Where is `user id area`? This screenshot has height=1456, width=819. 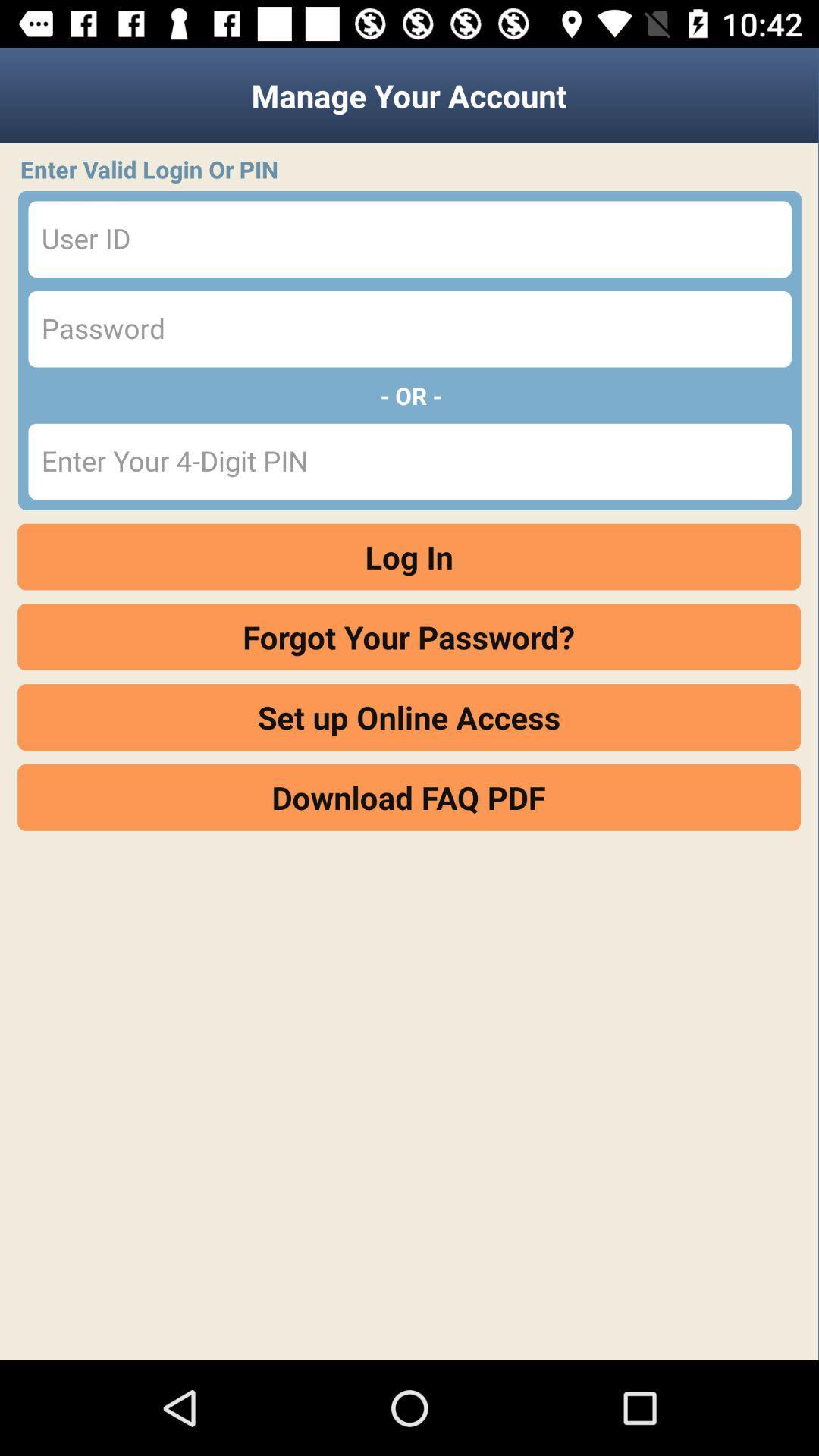 user id area is located at coordinates (409, 238).